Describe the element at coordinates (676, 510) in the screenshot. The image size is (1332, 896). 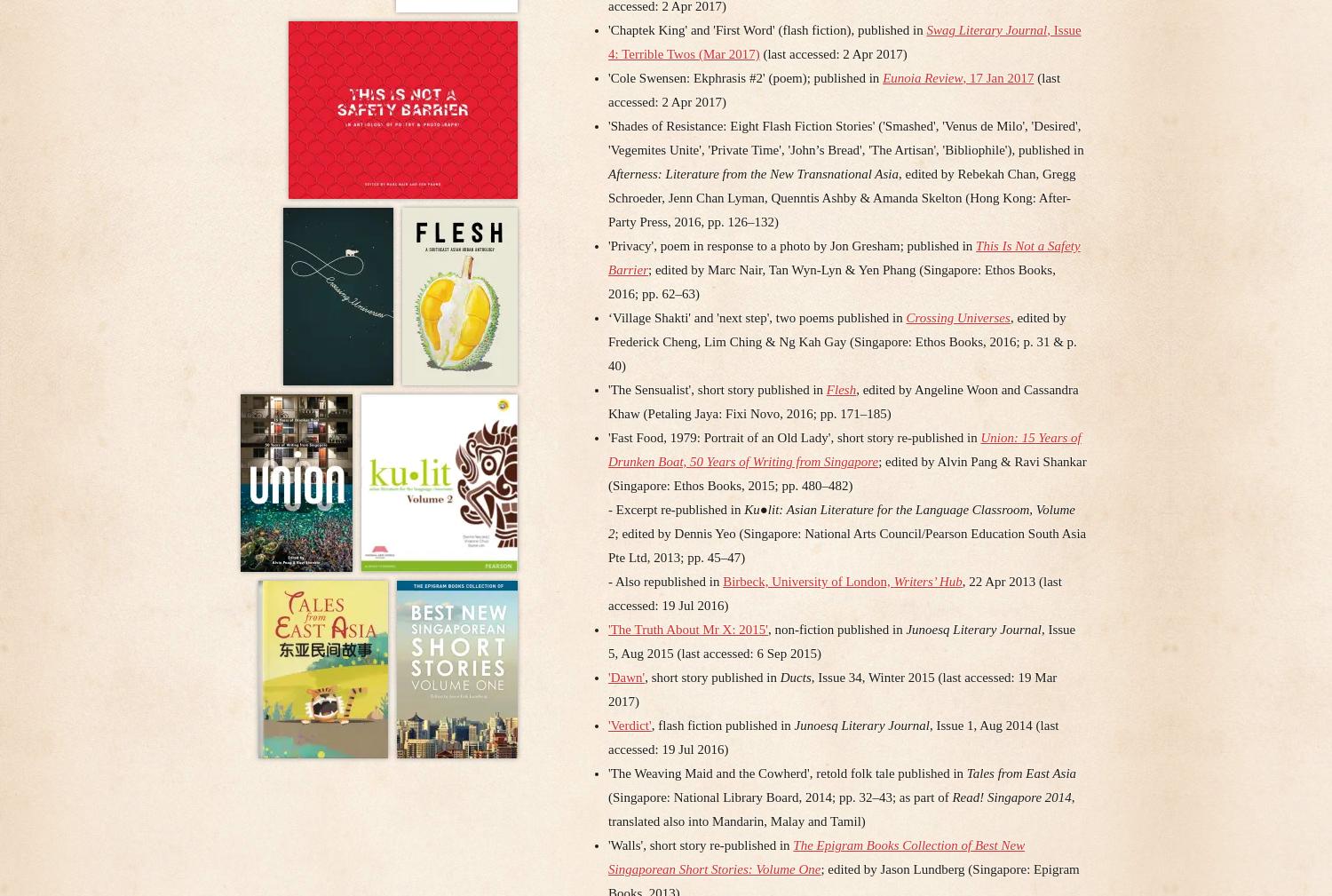
I see `'- Excerpt re-published in'` at that location.